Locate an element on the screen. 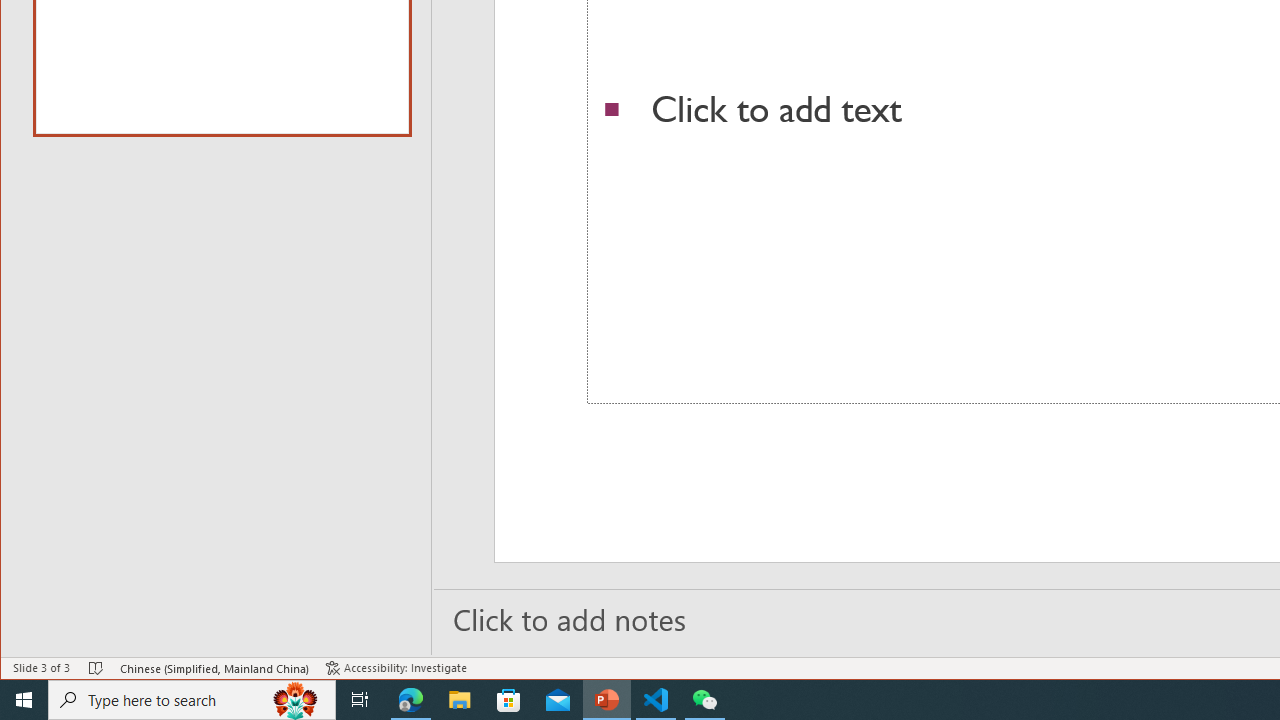  'Microsoft Edge - 1 running window' is located at coordinates (410, 698).